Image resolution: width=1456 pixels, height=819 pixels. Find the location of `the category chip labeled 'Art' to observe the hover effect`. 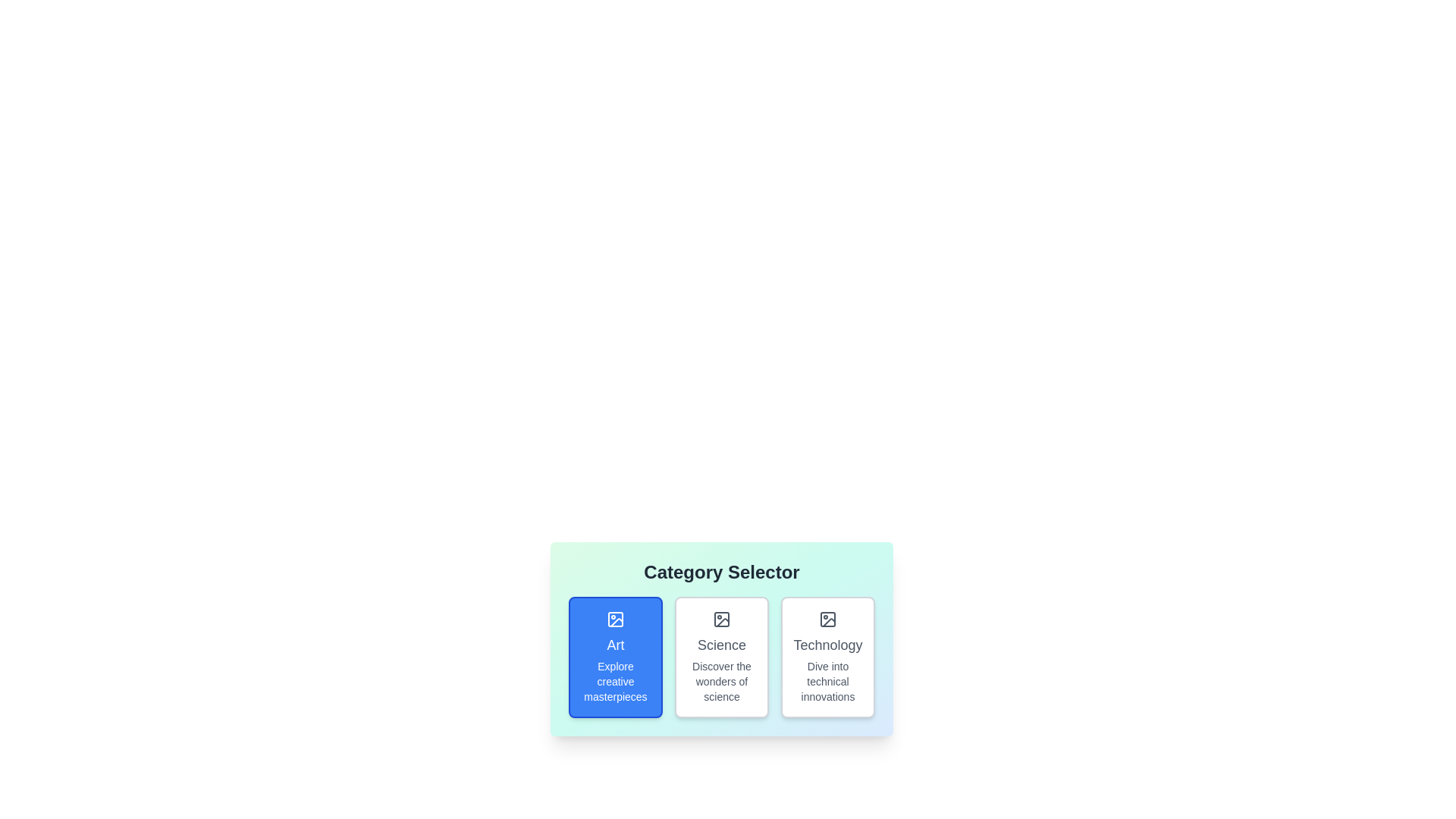

the category chip labeled 'Art' to observe the hover effect is located at coordinates (615, 657).